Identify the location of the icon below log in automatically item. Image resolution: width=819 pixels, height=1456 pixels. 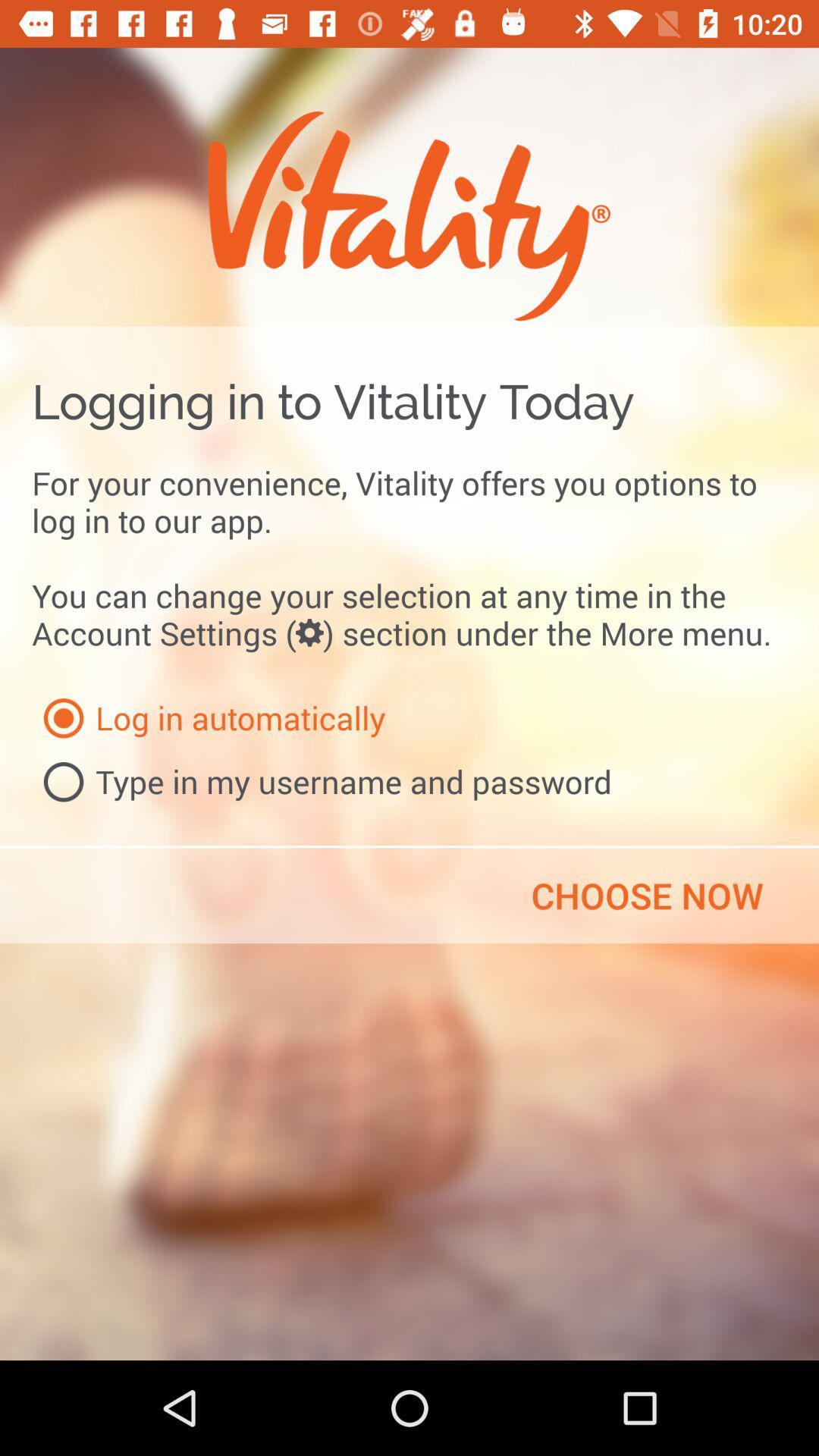
(321, 782).